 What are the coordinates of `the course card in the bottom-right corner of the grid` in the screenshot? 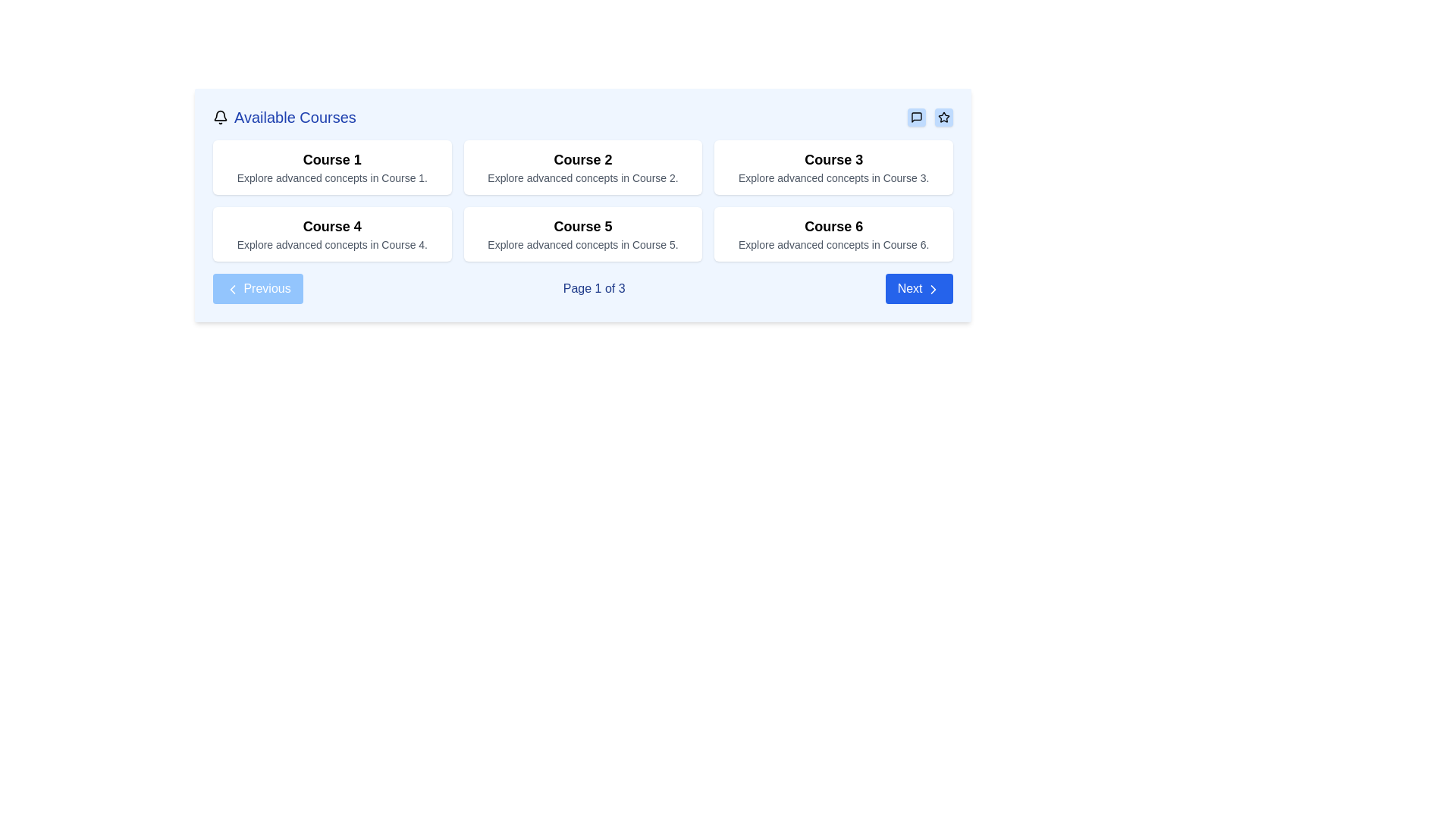 It's located at (833, 234).